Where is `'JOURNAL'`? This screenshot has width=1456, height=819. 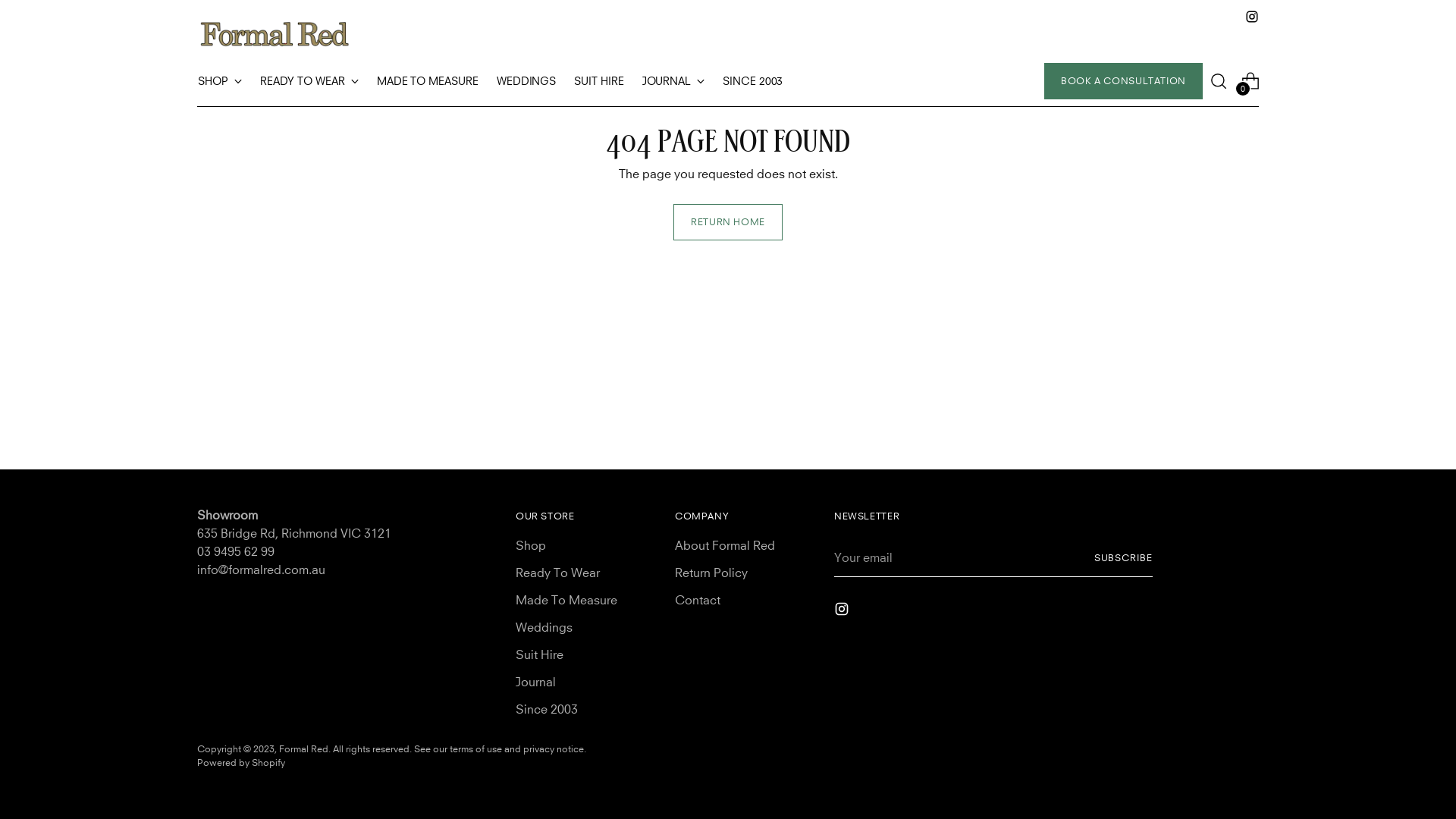 'JOURNAL' is located at coordinates (673, 81).